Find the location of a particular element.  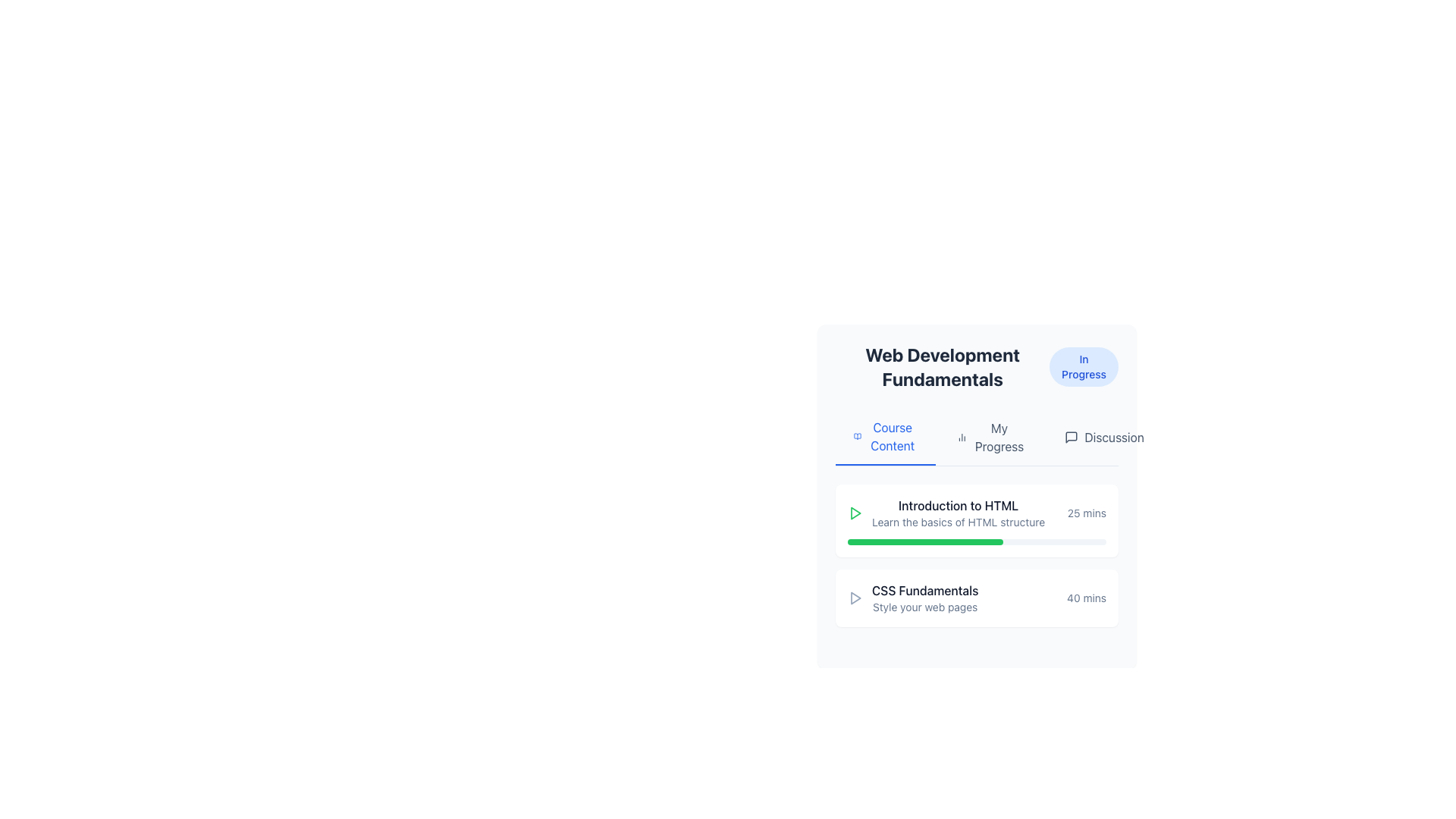

the bold, large-sized text label displaying 'Web Development Fundamentals' that is center-aligned at the top of its section is located at coordinates (942, 366).